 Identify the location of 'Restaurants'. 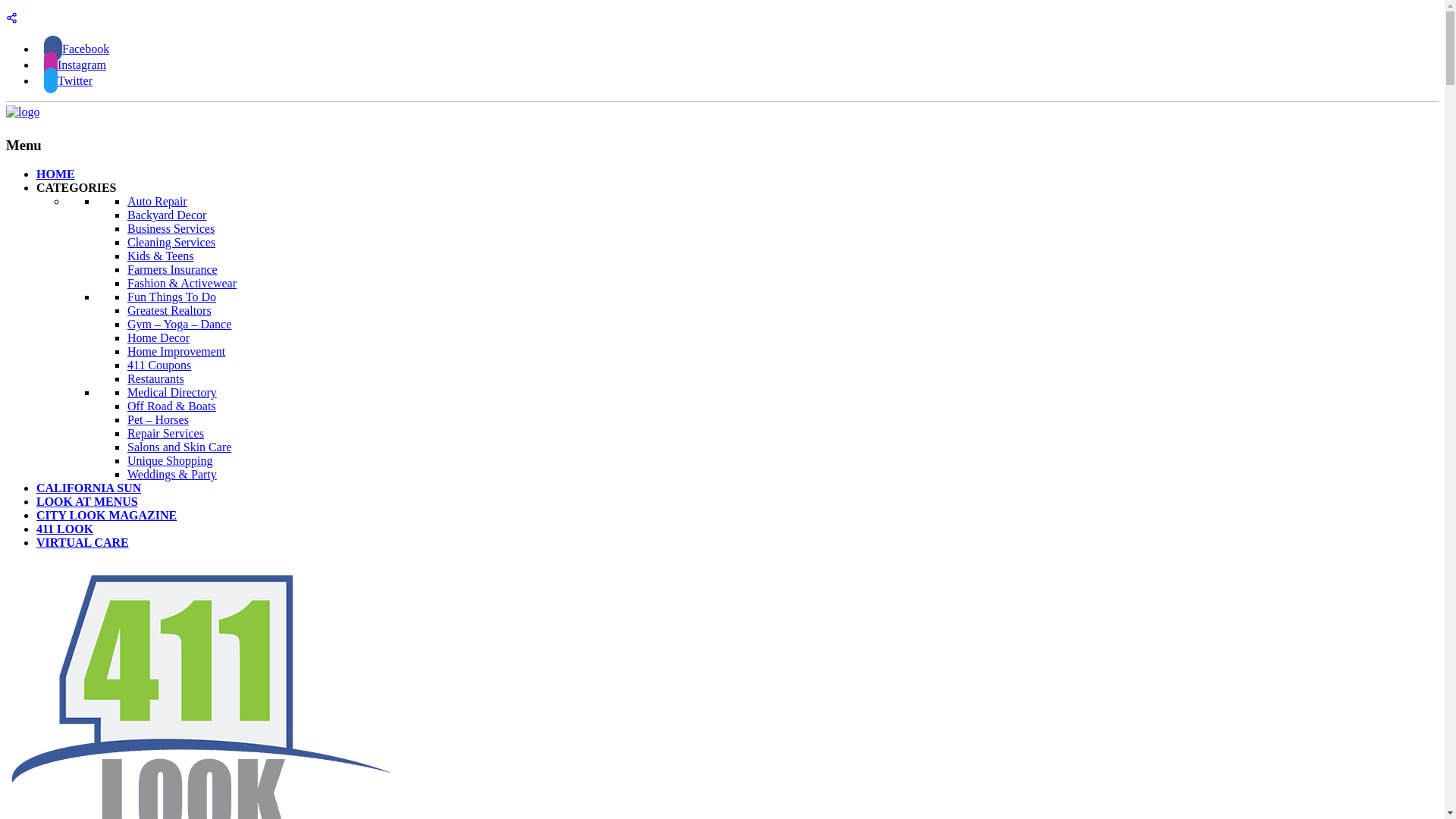
(155, 378).